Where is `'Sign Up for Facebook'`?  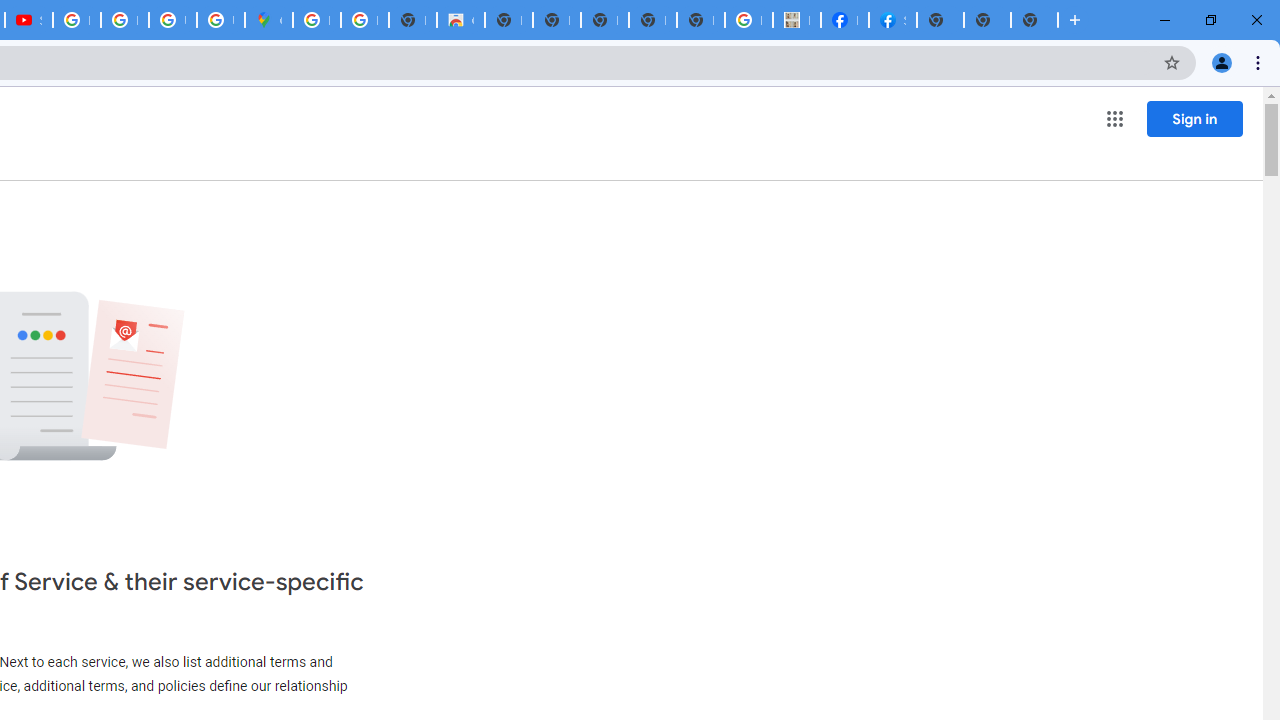 'Sign Up for Facebook' is located at coordinates (891, 20).